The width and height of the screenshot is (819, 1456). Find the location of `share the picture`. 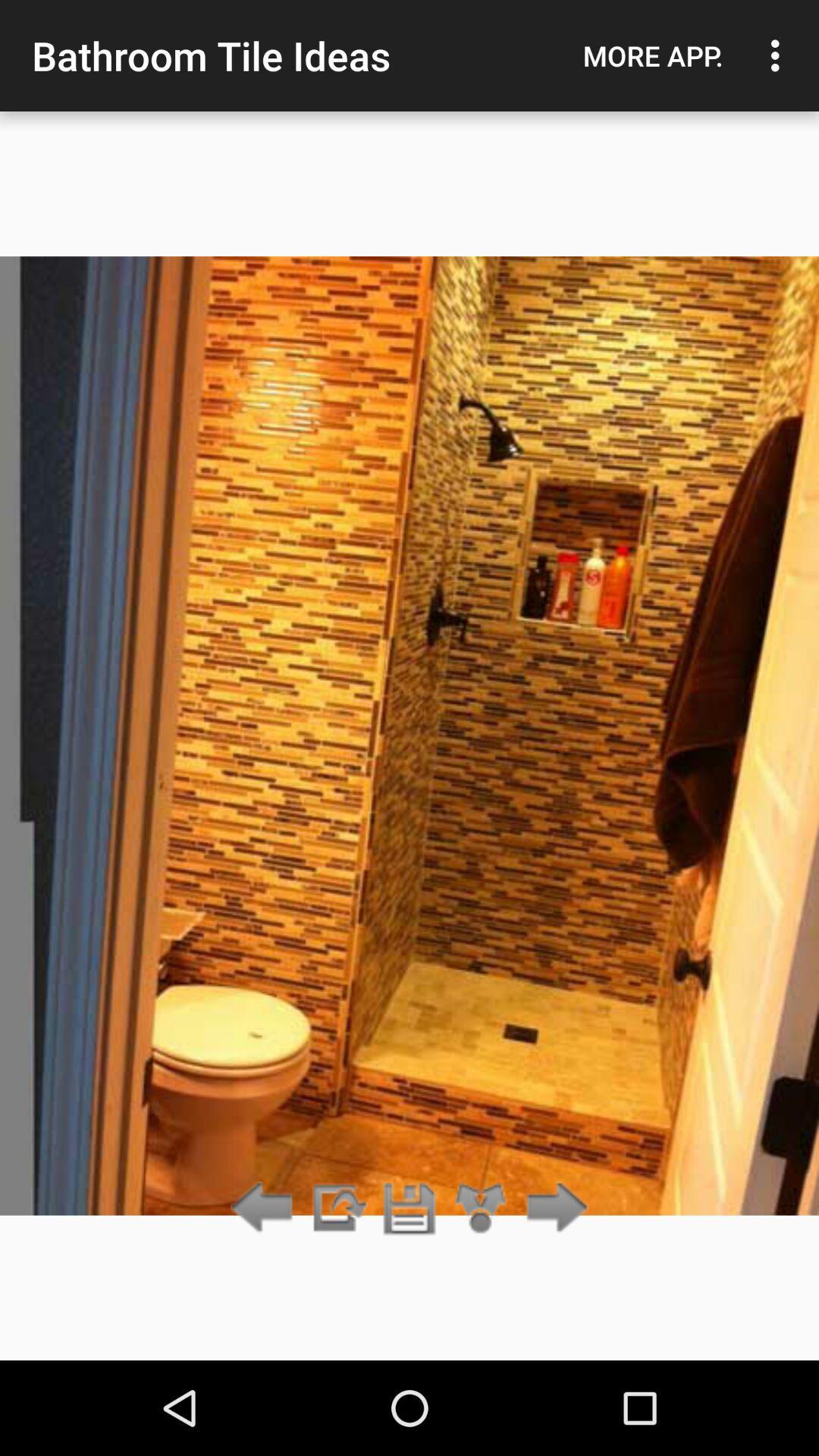

share the picture is located at coordinates (481, 1208).